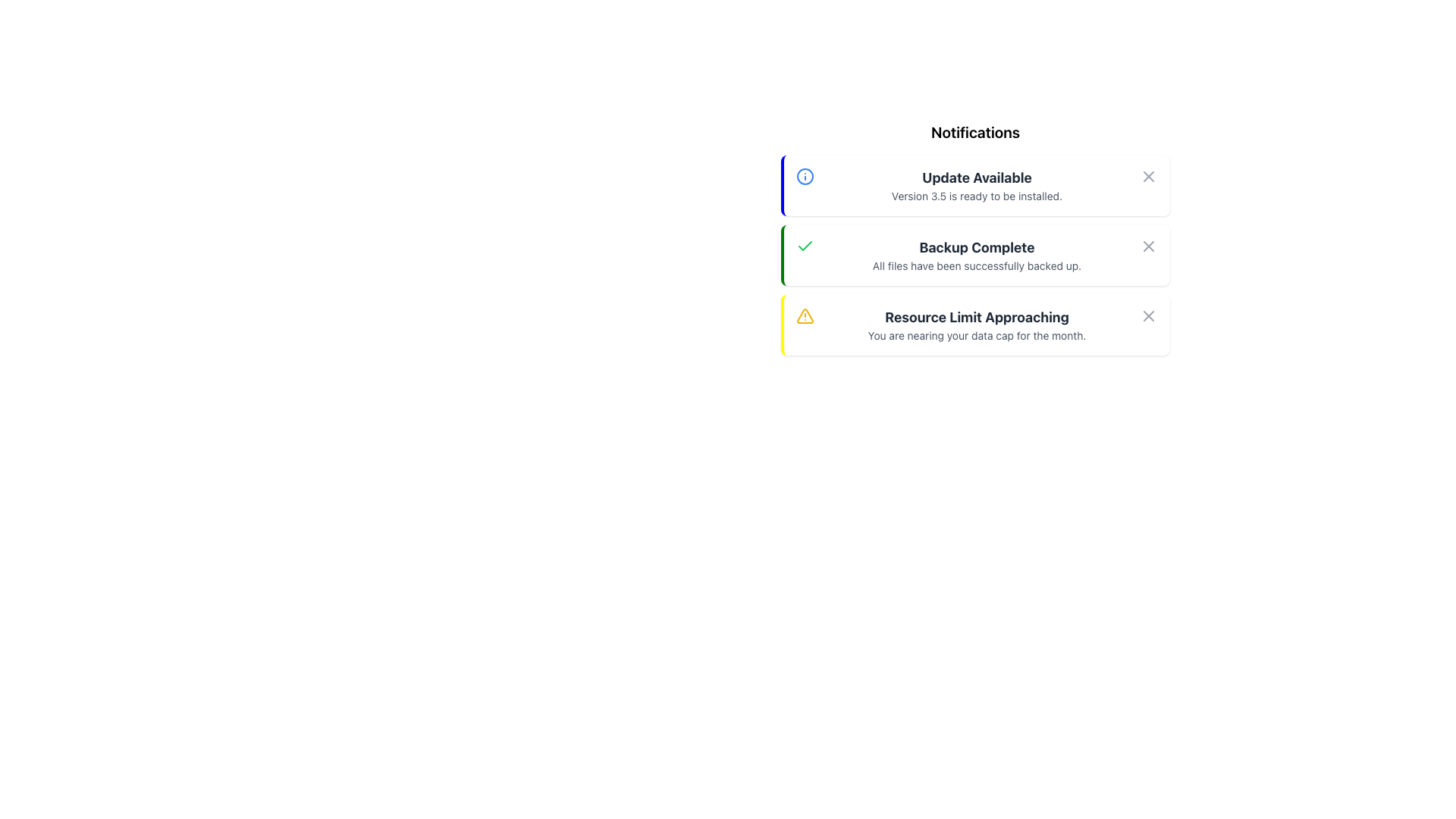 Image resolution: width=1456 pixels, height=819 pixels. Describe the element at coordinates (1149, 175) in the screenshot. I see `the dismiss button (cross icon) in the notification panel titled 'Update Available'` at that location.